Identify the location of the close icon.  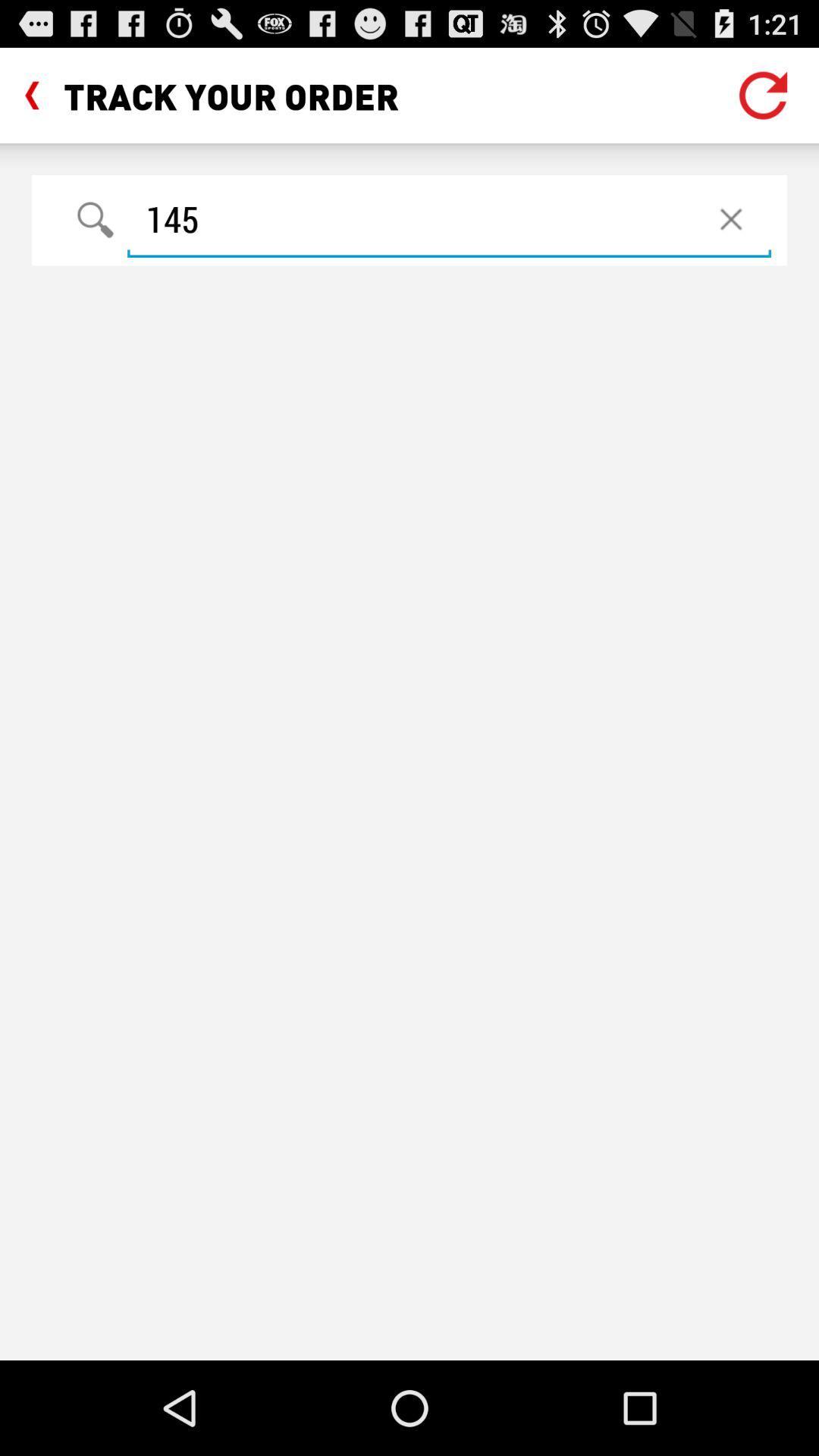
(730, 234).